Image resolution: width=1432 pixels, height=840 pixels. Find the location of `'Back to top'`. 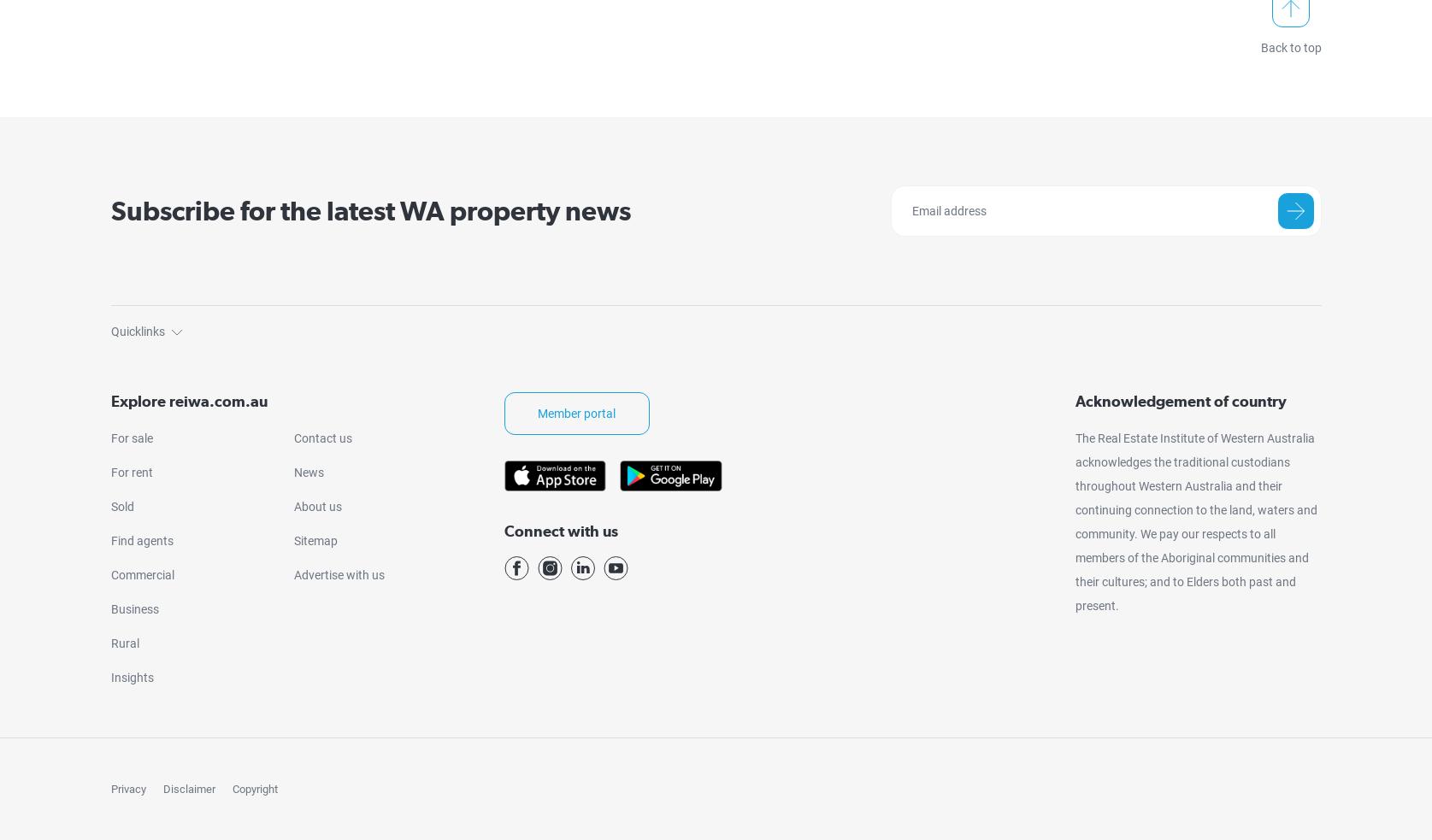

'Back to top' is located at coordinates (1289, 47).